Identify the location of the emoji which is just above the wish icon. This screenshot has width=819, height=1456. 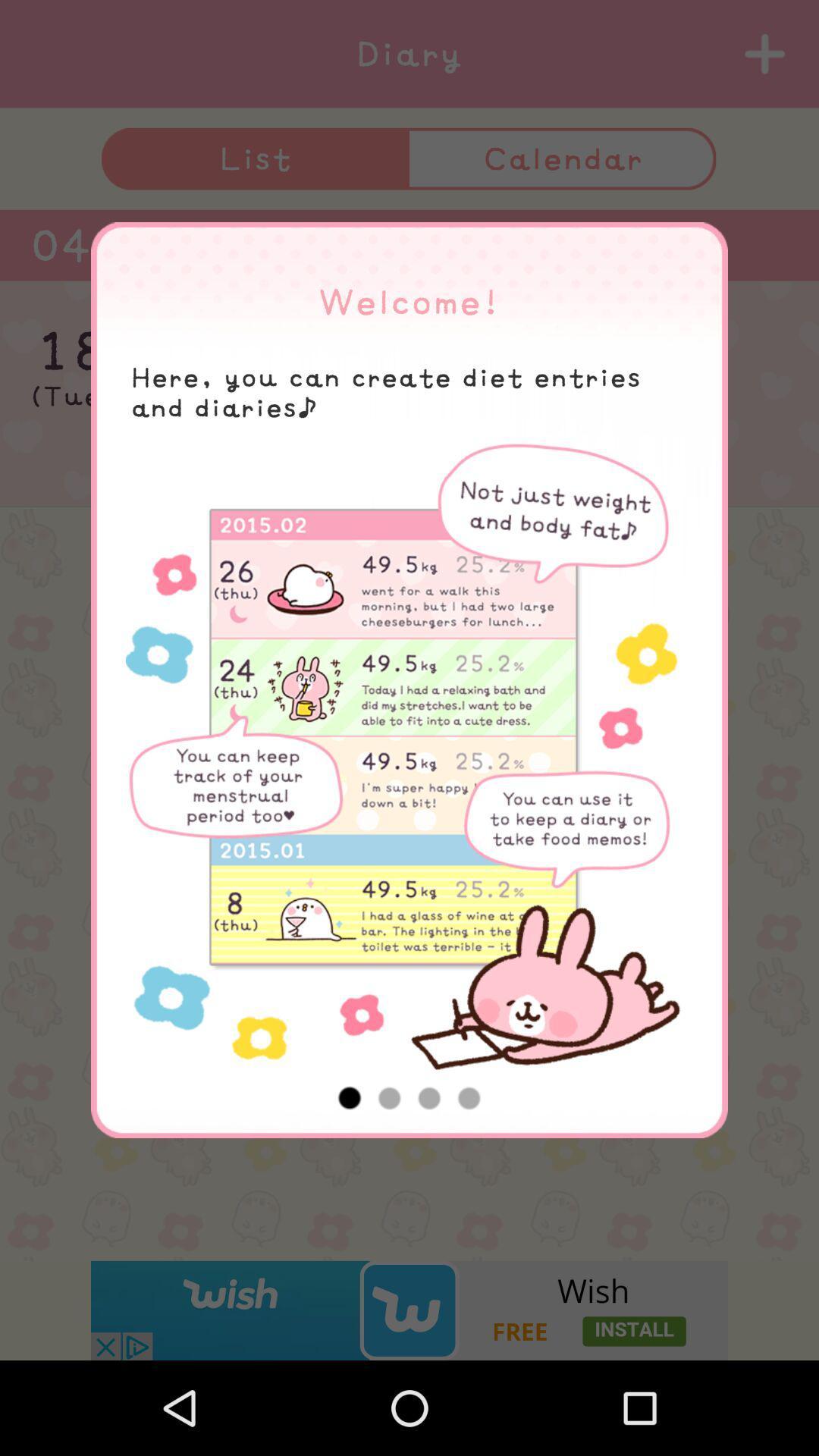
(408, 1222).